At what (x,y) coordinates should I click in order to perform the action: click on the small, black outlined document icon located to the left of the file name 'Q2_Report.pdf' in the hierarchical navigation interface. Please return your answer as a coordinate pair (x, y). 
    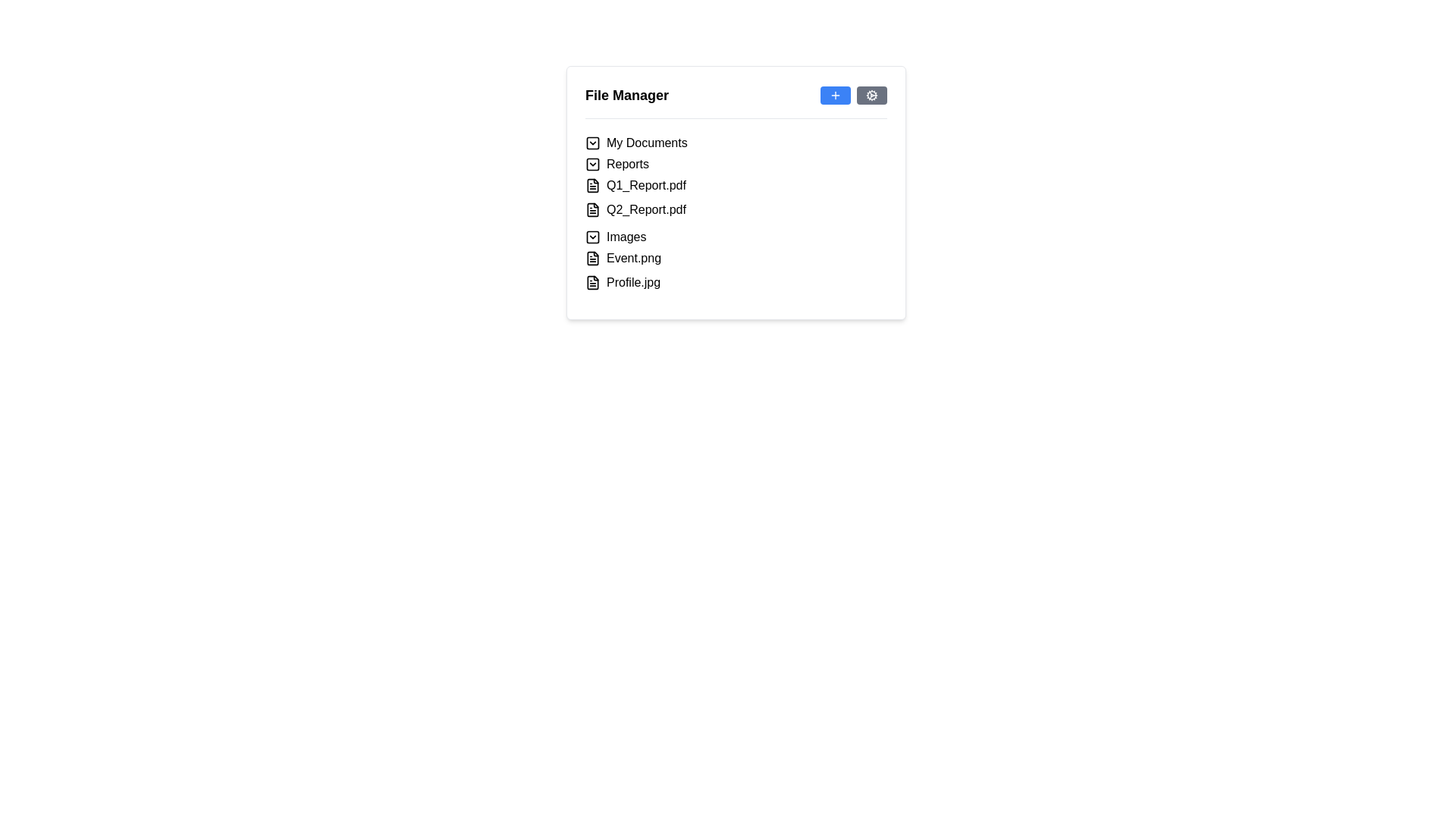
    Looking at the image, I should click on (592, 210).